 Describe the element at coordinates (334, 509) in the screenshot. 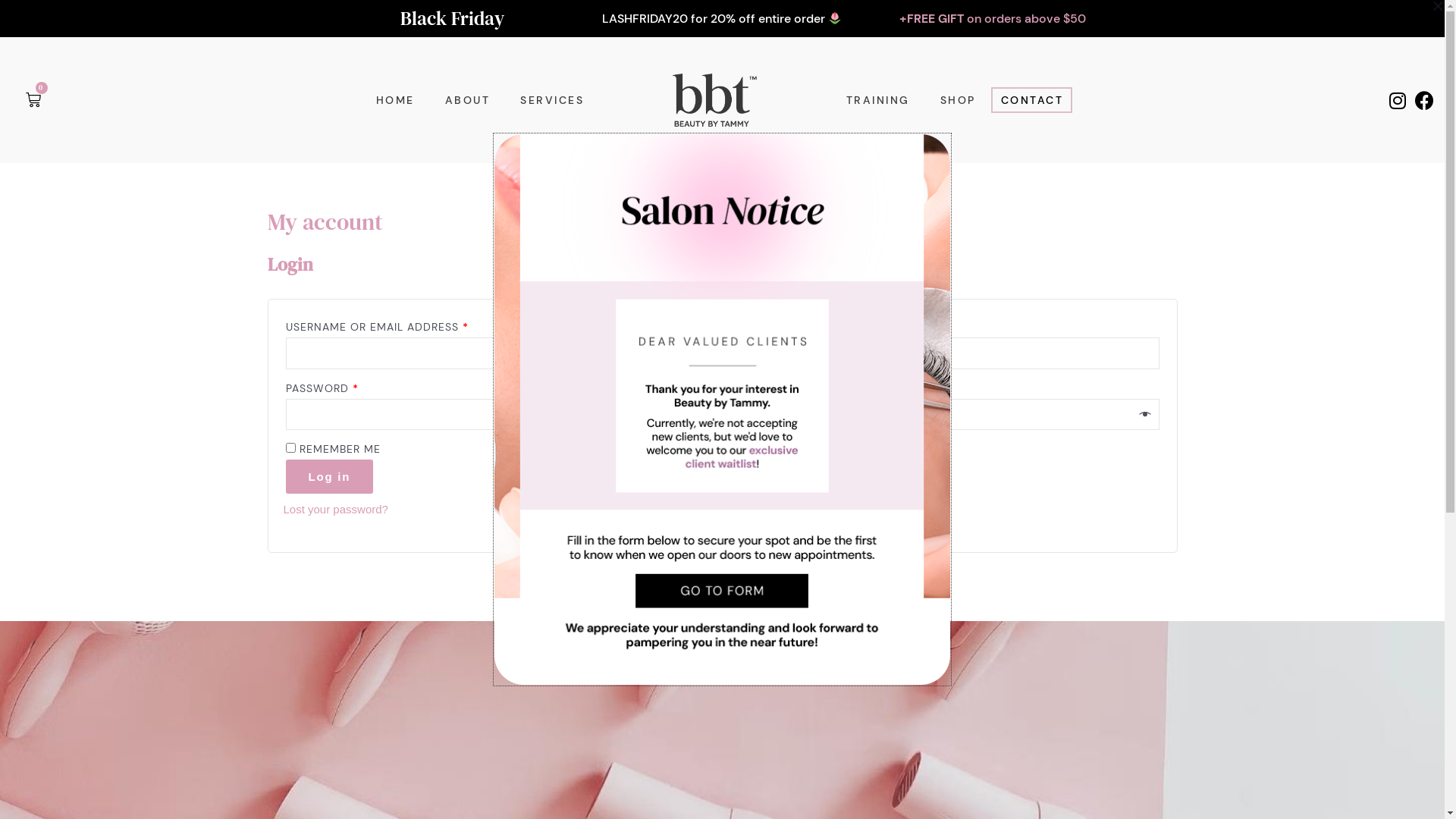

I see `'Lost your password?'` at that location.